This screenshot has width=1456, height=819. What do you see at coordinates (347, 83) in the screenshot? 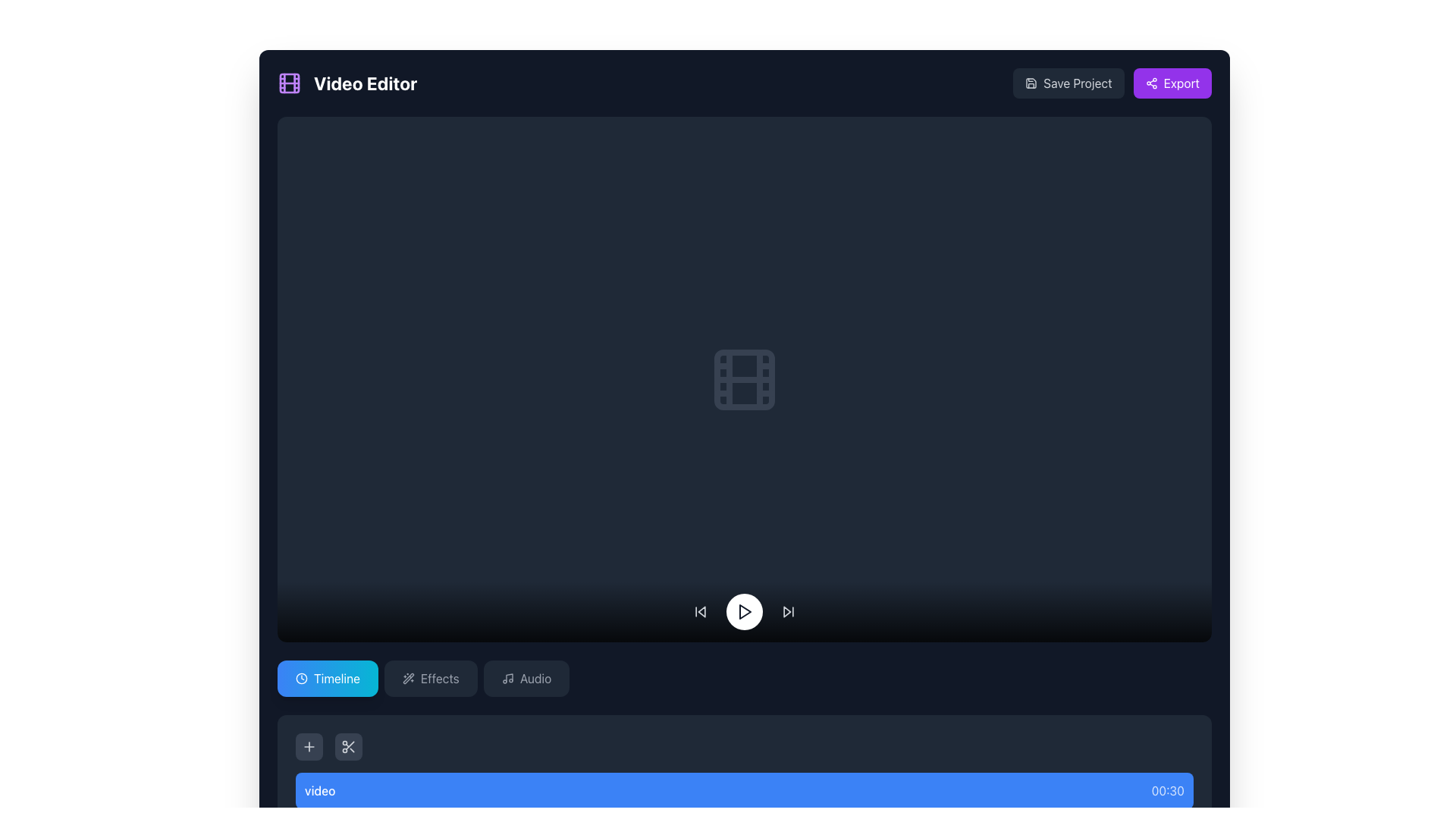
I see `the 'Video Editor' static text and icon combination label, which features bold, white text and a purple film reel icon, located at the upper-left corner of the user interface` at bounding box center [347, 83].